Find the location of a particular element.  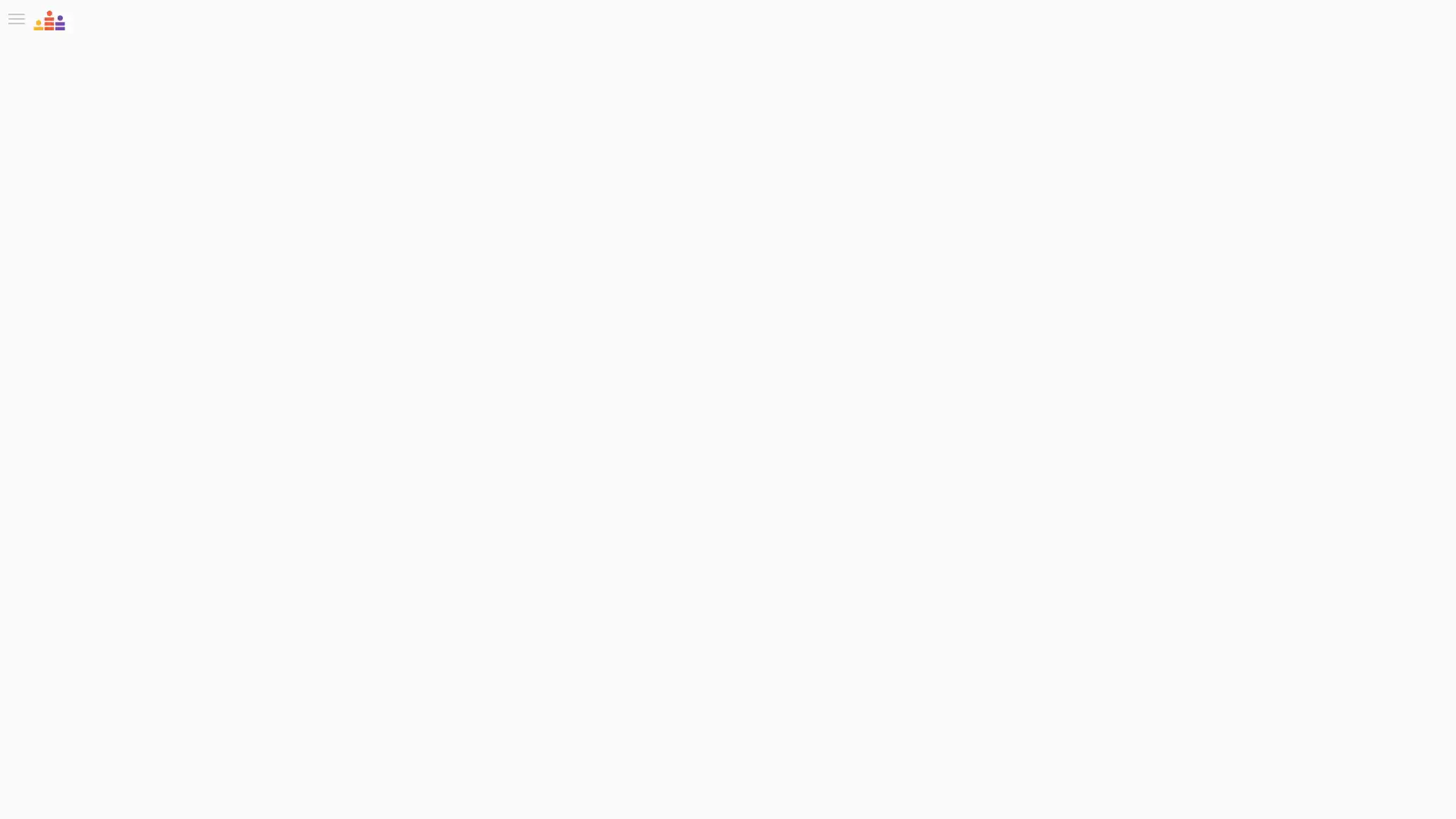

Toggle Sidebar Menu is located at coordinates (31, 52).